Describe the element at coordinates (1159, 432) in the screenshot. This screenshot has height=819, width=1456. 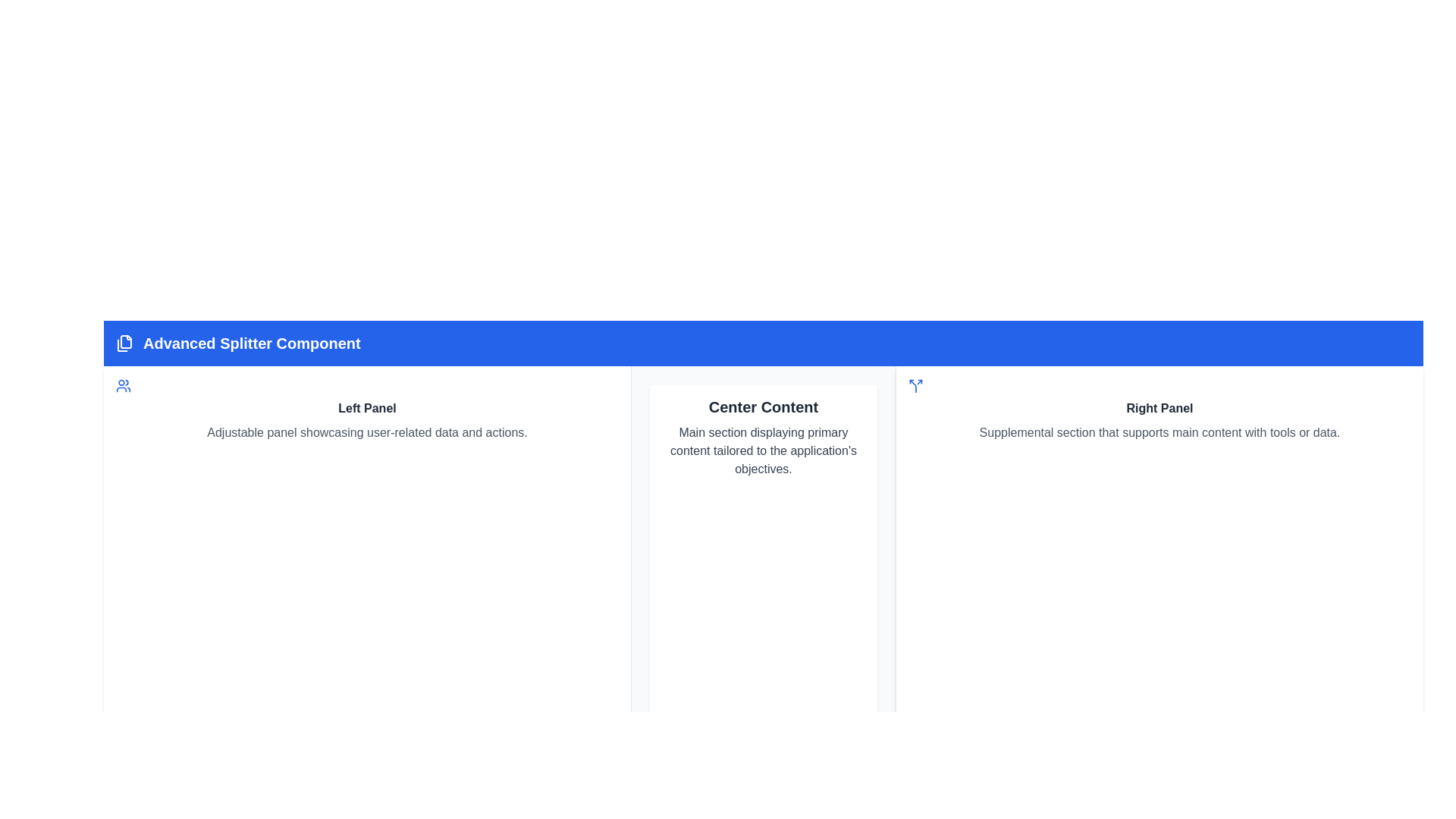
I see `text content of the descriptive label located in the Right Panel, directly below the Right Panel heading` at that location.